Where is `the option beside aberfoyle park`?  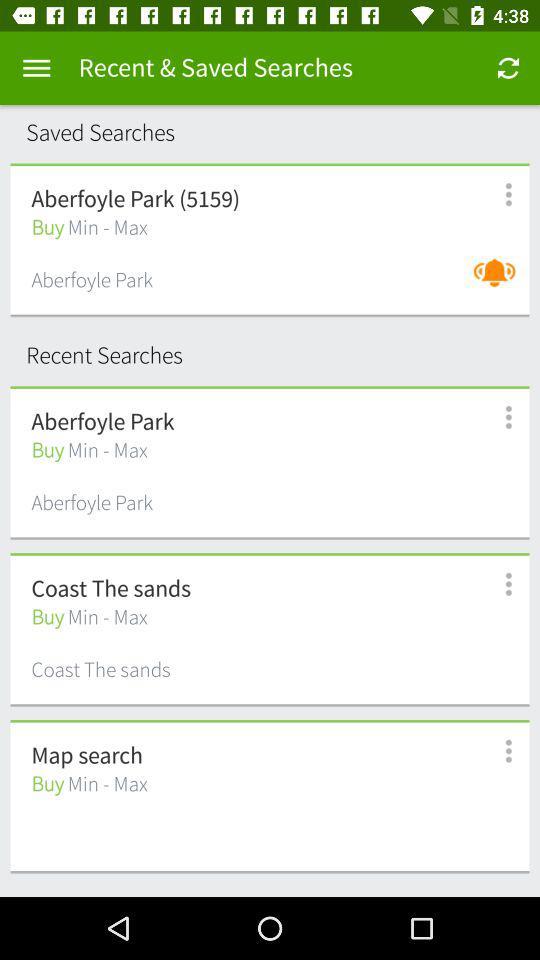
the option beside aberfoyle park is located at coordinates (497, 416).